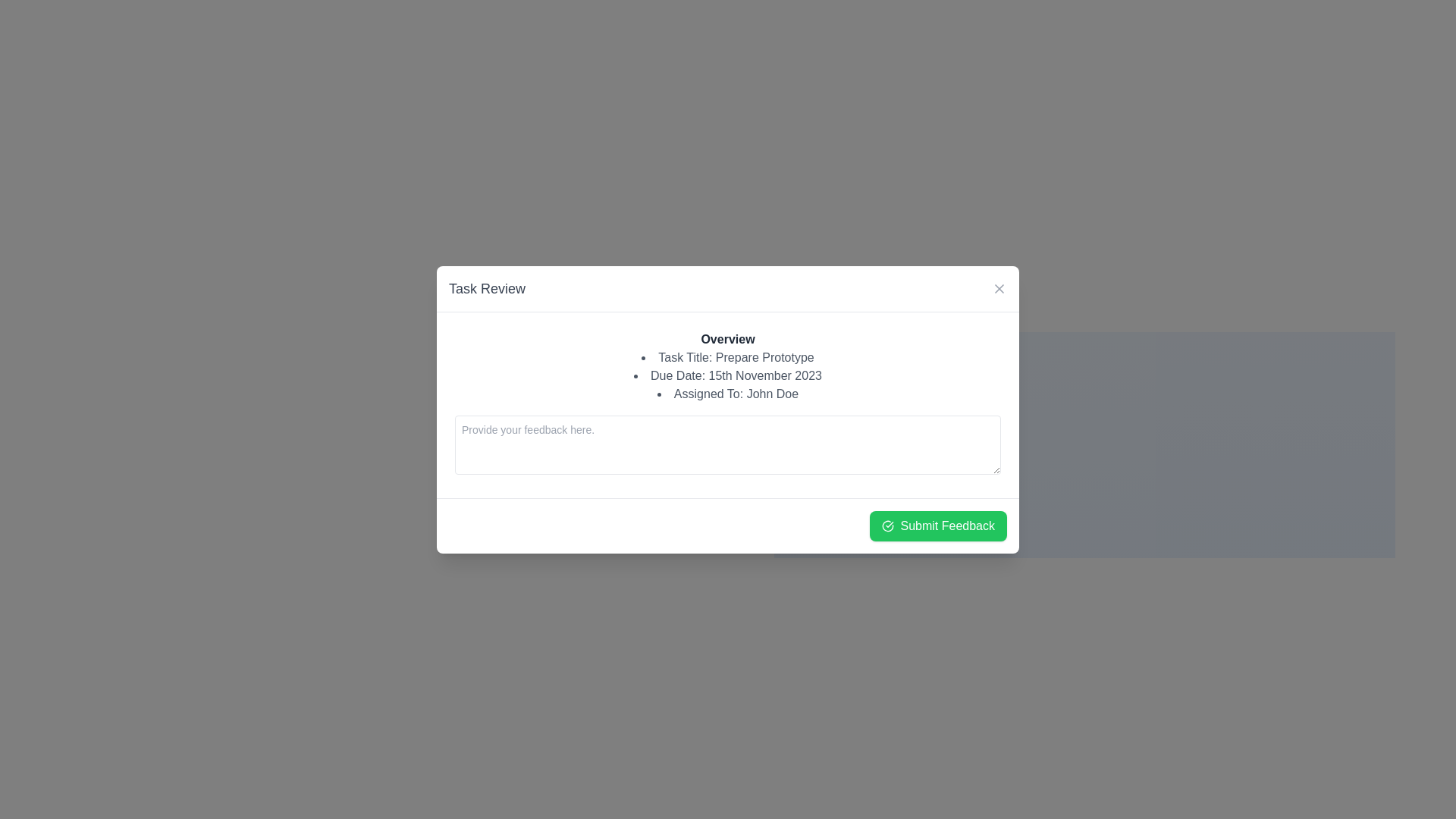 The image size is (1456, 819). Describe the element at coordinates (999, 288) in the screenshot. I see `the close button located at the top-right corner of the modal dialog to change its color` at that location.